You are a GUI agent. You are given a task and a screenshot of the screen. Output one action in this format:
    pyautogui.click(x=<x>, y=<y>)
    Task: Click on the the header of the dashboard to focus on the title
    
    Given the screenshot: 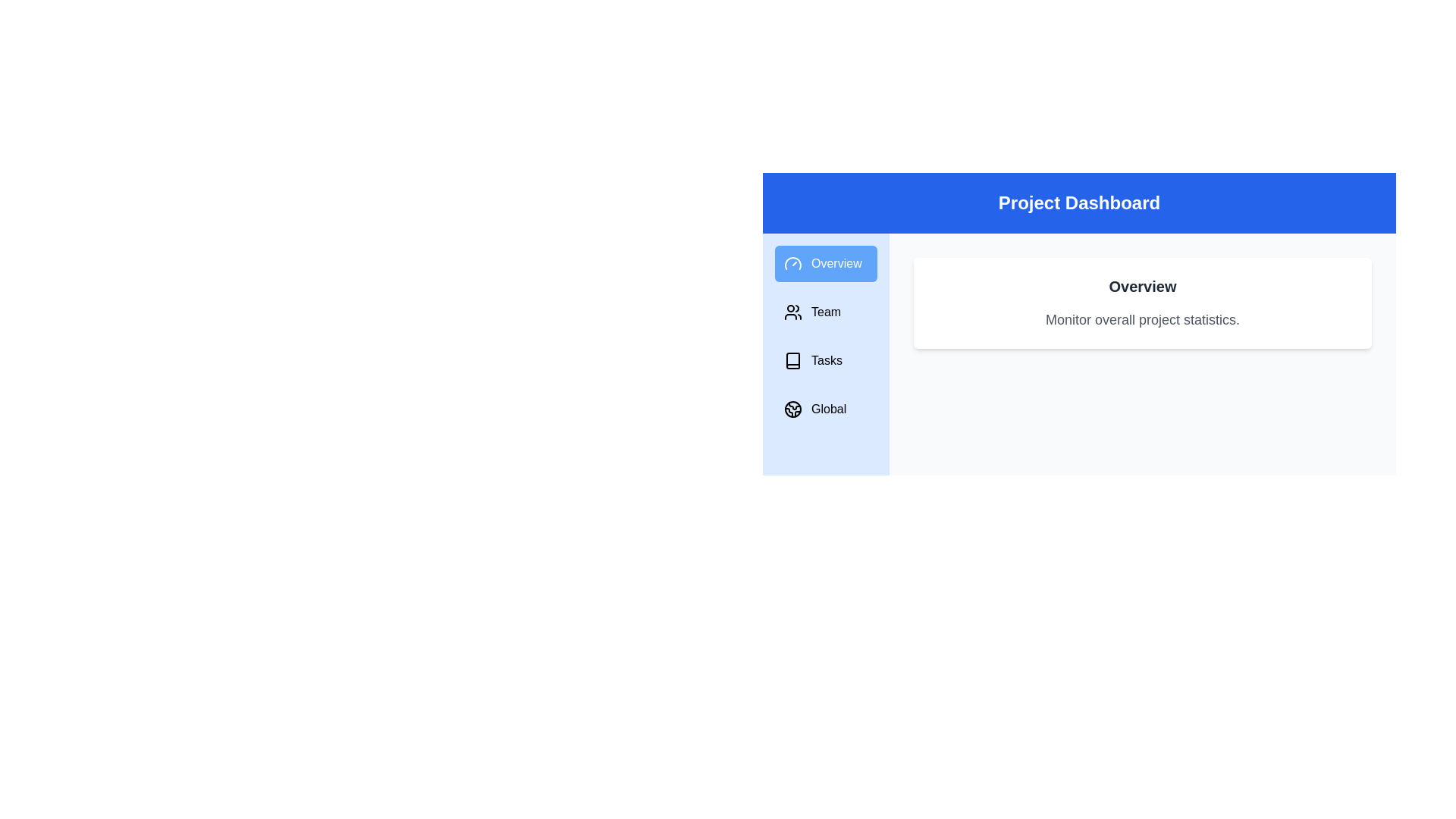 What is the action you would take?
    pyautogui.click(x=1078, y=202)
    